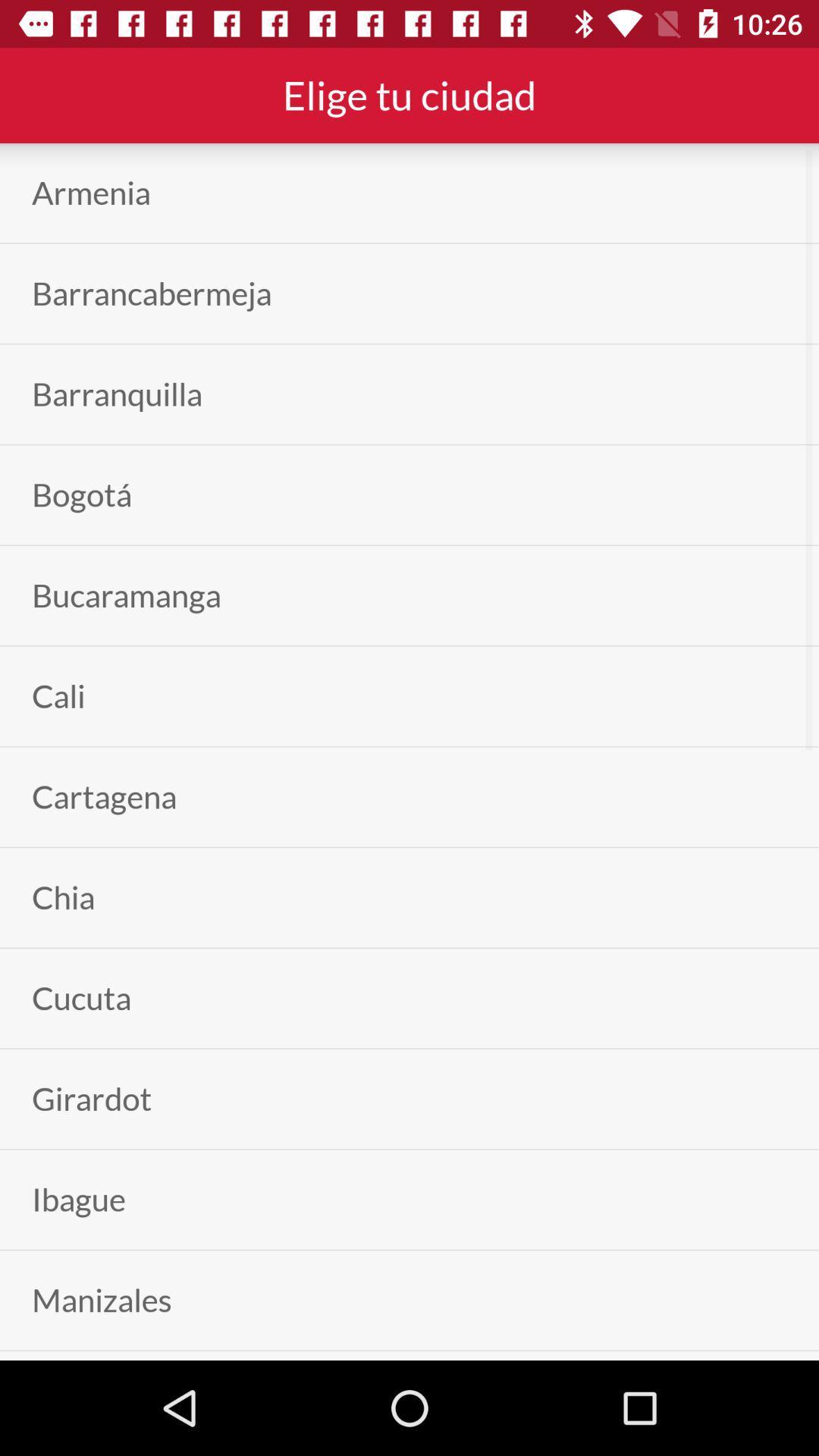  Describe the element at coordinates (62, 897) in the screenshot. I see `item below the cartagena app` at that location.